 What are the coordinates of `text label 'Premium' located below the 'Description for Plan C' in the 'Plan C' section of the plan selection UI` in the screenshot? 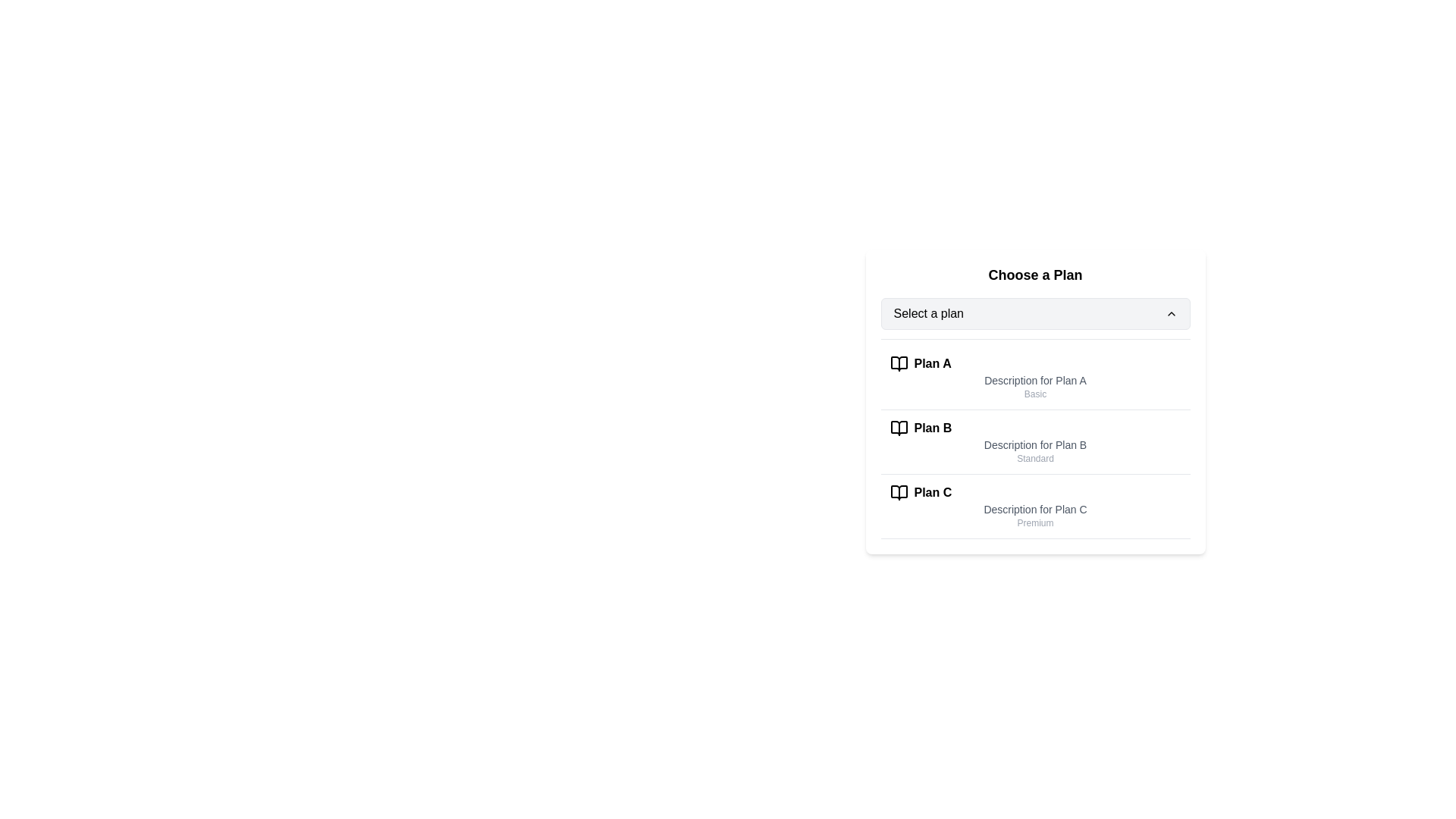 It's located at (1034, 522).